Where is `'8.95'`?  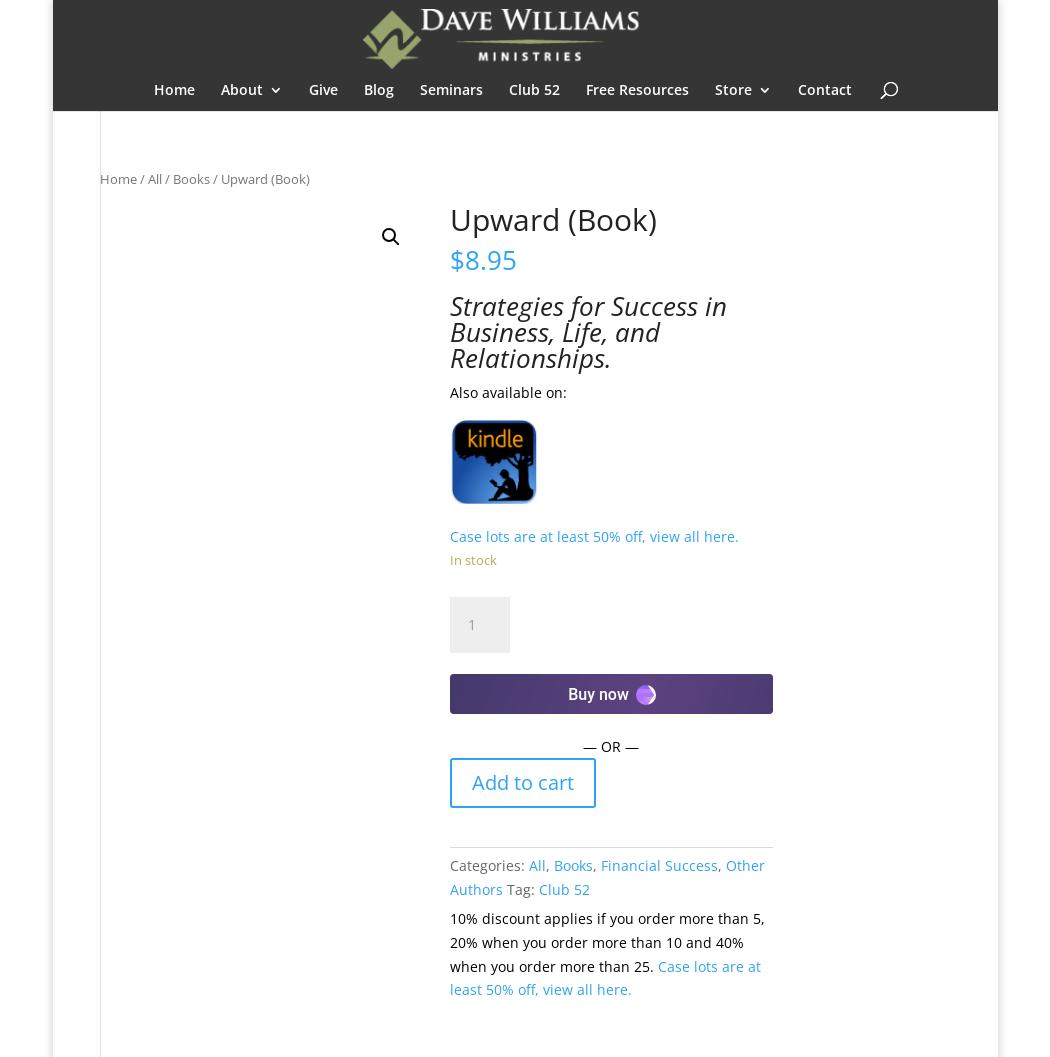
'8.95' is located at coordinates (489, 257).